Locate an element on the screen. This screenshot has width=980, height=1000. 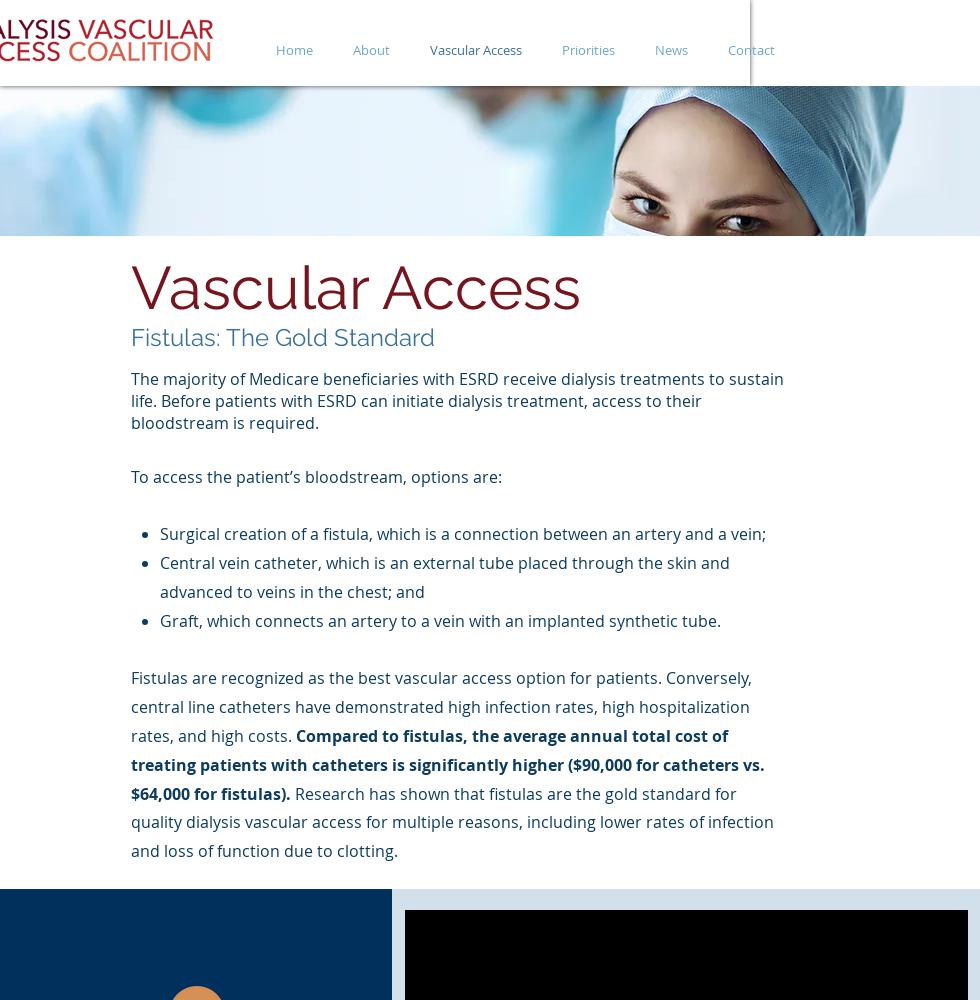
'Graft, which connects an artery to a vein with an implanted synthetic tube.' is located at coordinates (158, 619).